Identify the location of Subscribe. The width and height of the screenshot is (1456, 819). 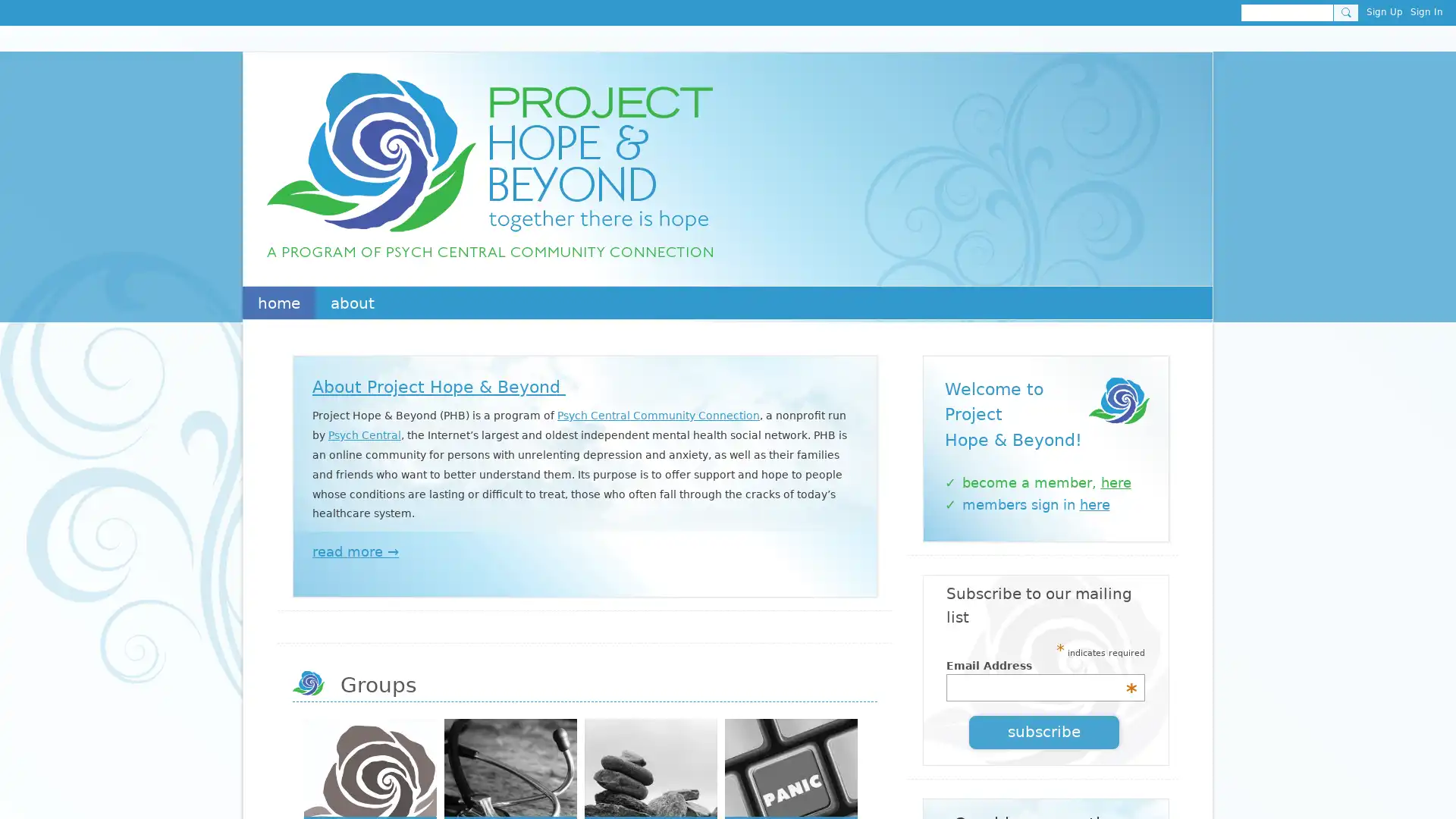
(1043, 730).